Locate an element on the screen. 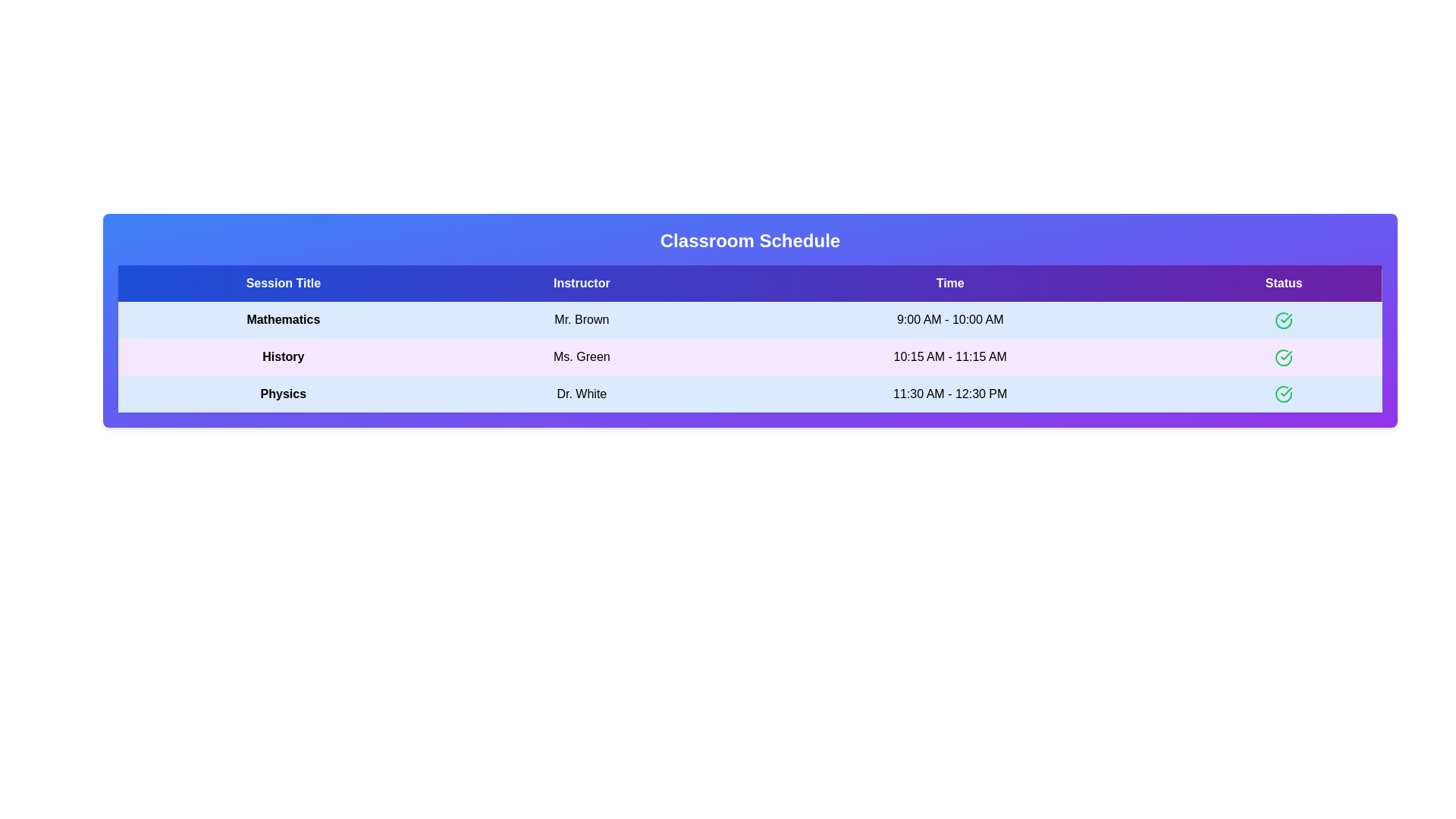 The width and height of the screenshot is (1456, 819). the status icon for the session titled History is located at coordinates (1283, 357).